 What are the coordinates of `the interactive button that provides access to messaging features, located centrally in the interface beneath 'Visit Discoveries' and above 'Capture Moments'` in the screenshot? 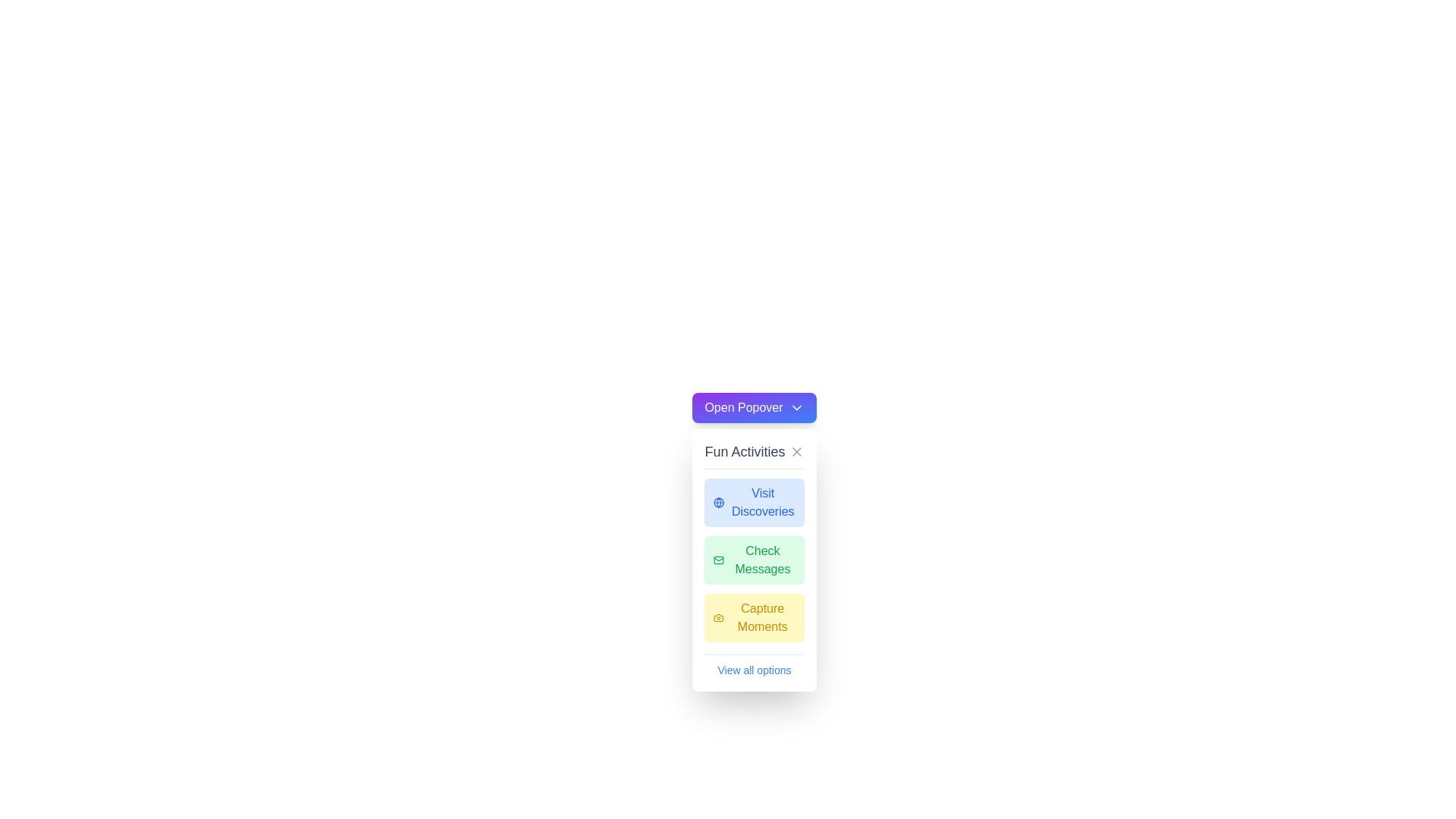 It's located at (754, 560).